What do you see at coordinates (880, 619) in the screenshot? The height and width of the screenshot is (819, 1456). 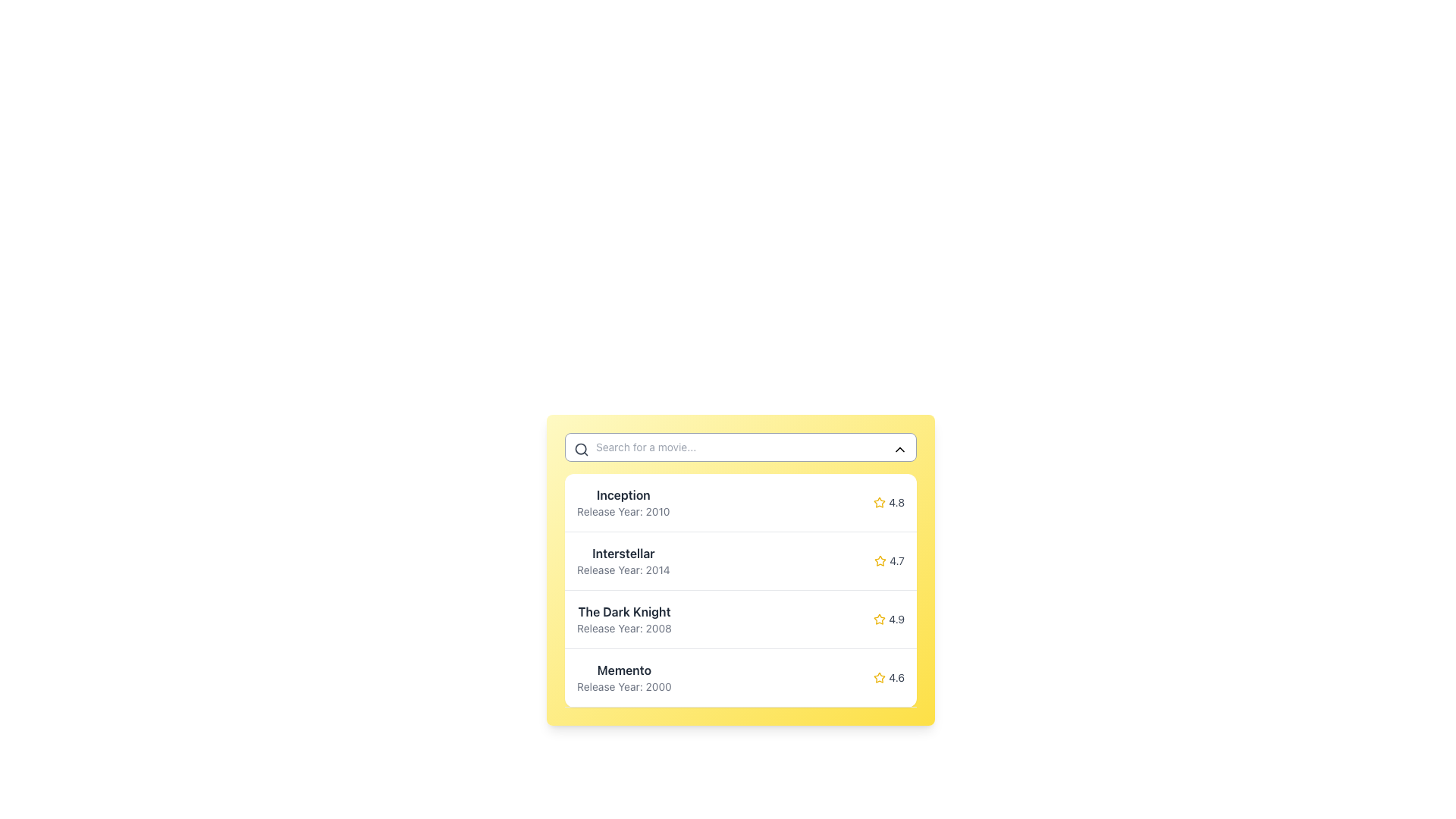 I see `the yellow hollow star icon located to the right of the movie rating '4.9' for 'The Dark Knight'` at bounding box center [880, 619].